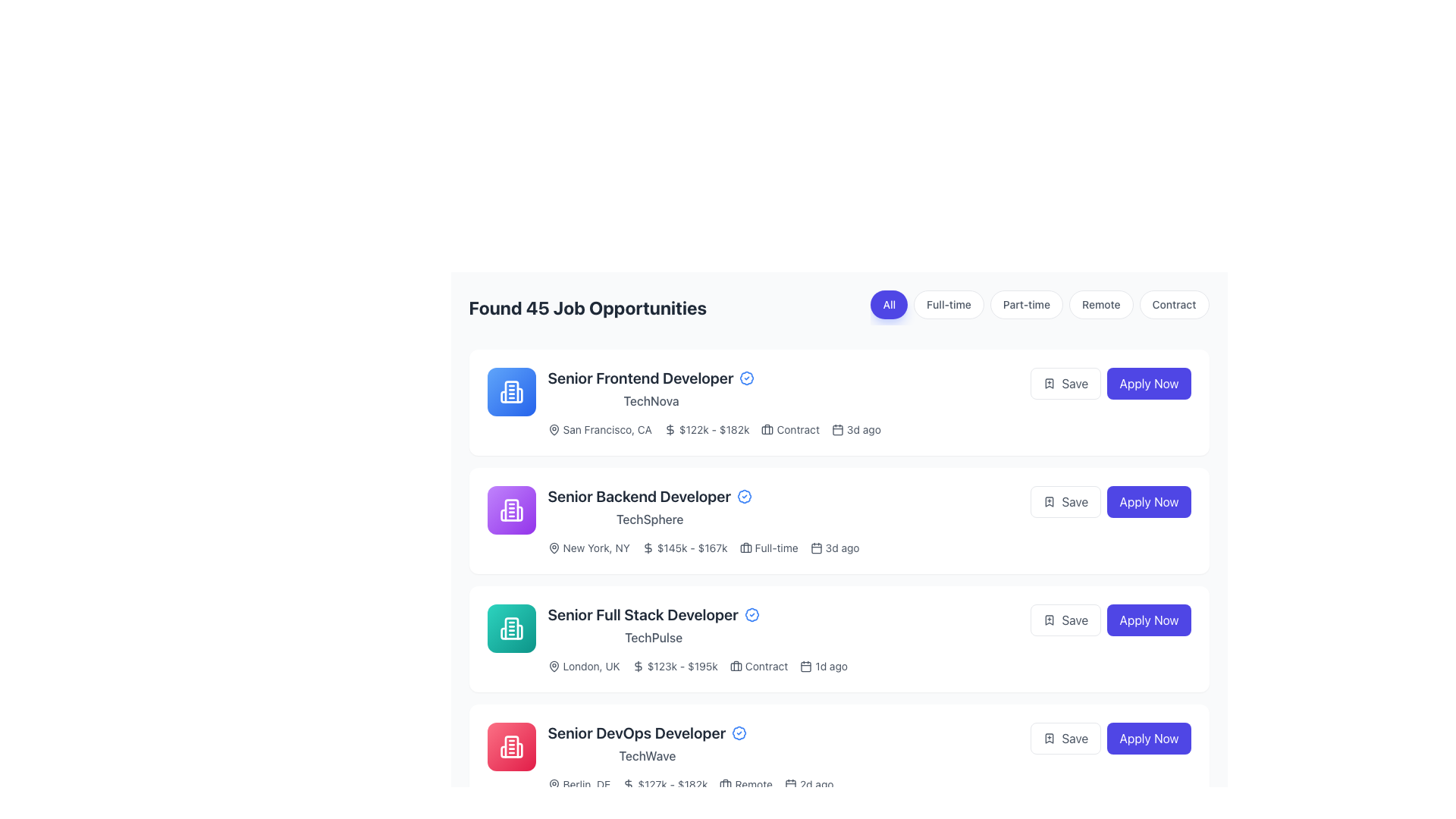 The width and height of the screenshot is (1456, 819). Describe the element at coordinates (805, 666) in the screenshot. I see `the inner rectangle within the calendar icon that denotes a specific date, located adjacent to the job posting details and aligned with the job title text` at that location.